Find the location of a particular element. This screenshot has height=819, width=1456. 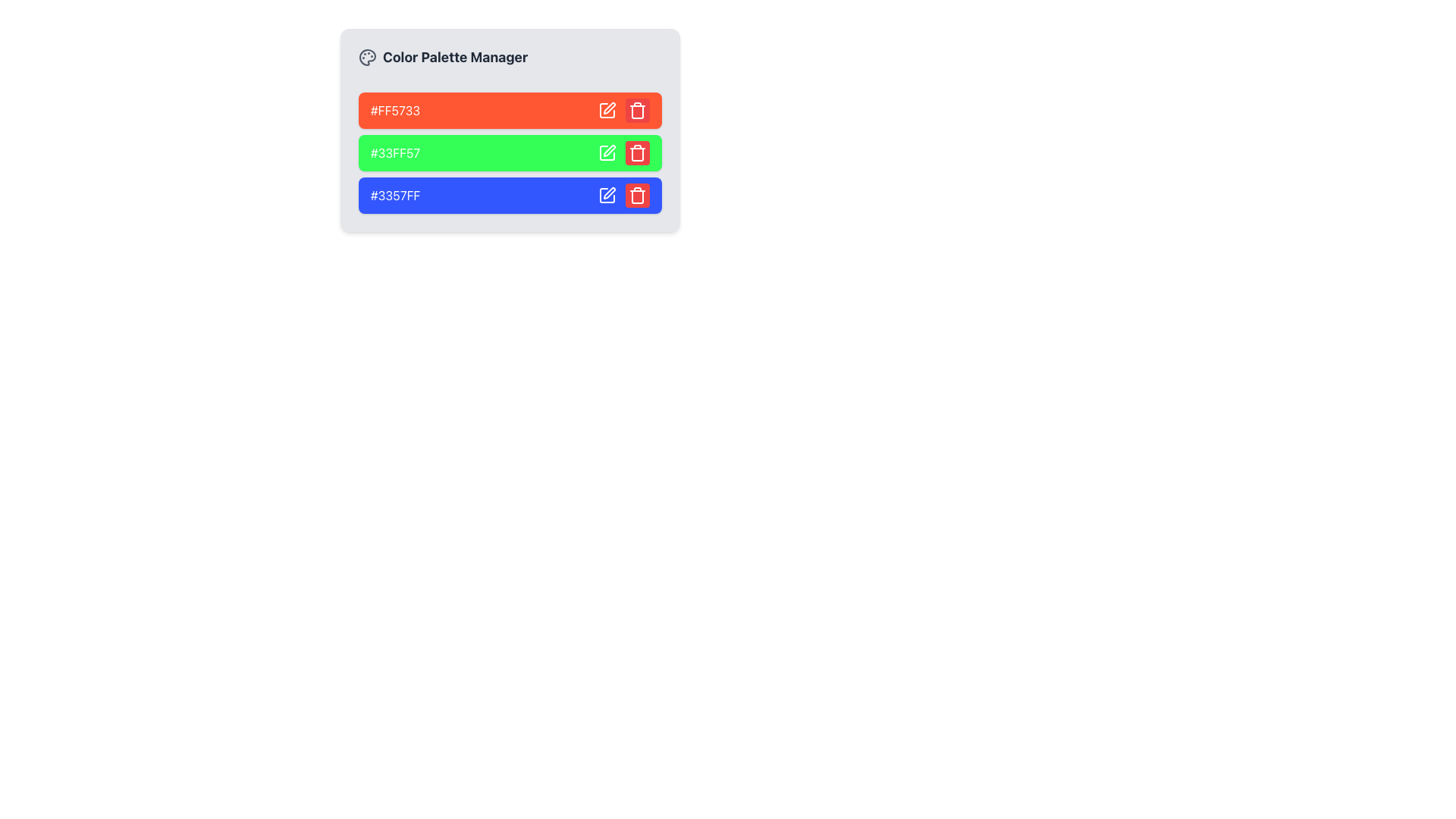

the green color block in the 'Color Palette Manager' is located at coordinates (510, 152).